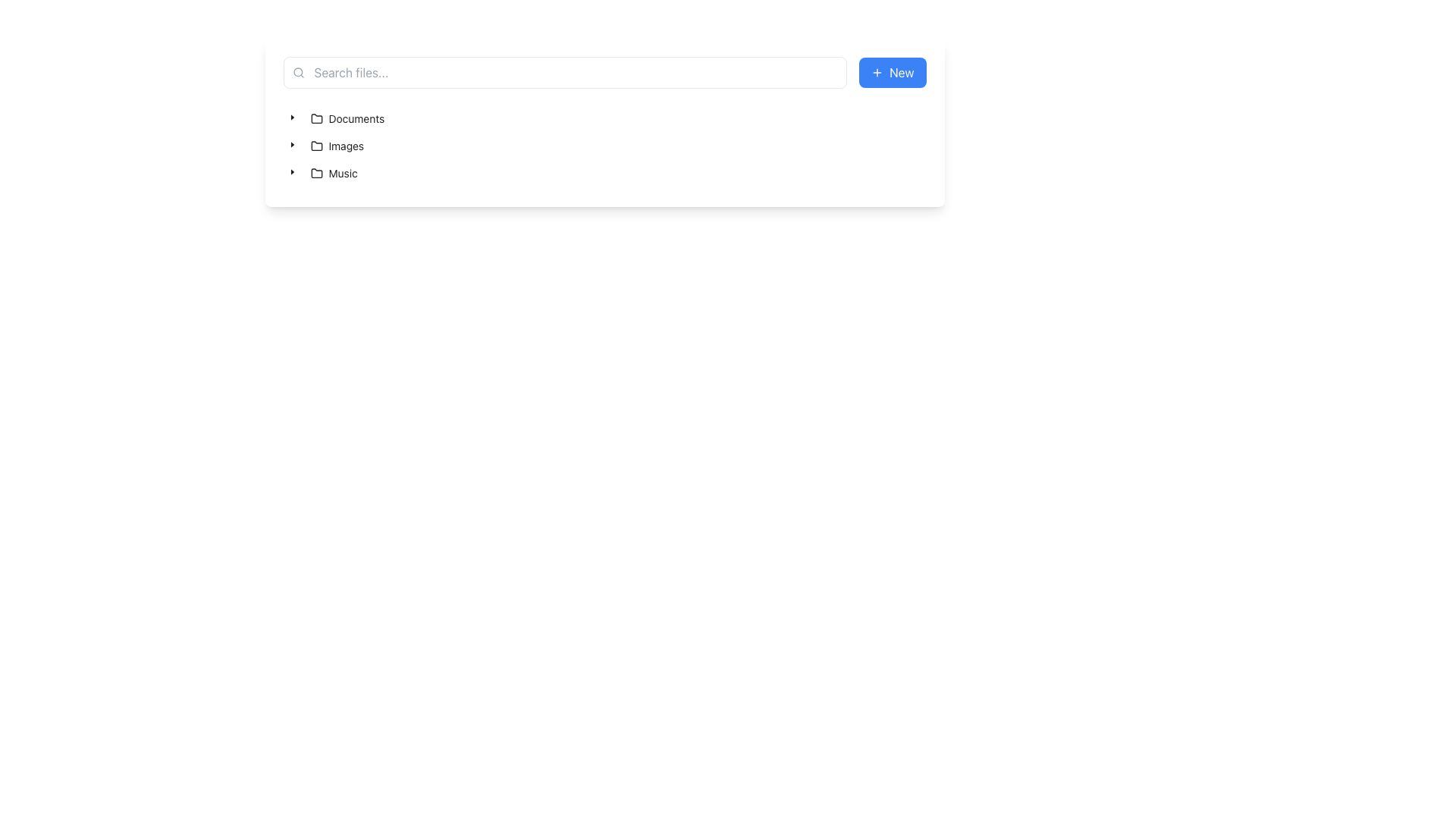  Describe the element at coordinates (315, 172) in the screenshot. I see `the folder icon representing the 'Music' label, located in the left panel under the 'Music' section, positioned in the third row preceding the text label 'Music'` at that location.